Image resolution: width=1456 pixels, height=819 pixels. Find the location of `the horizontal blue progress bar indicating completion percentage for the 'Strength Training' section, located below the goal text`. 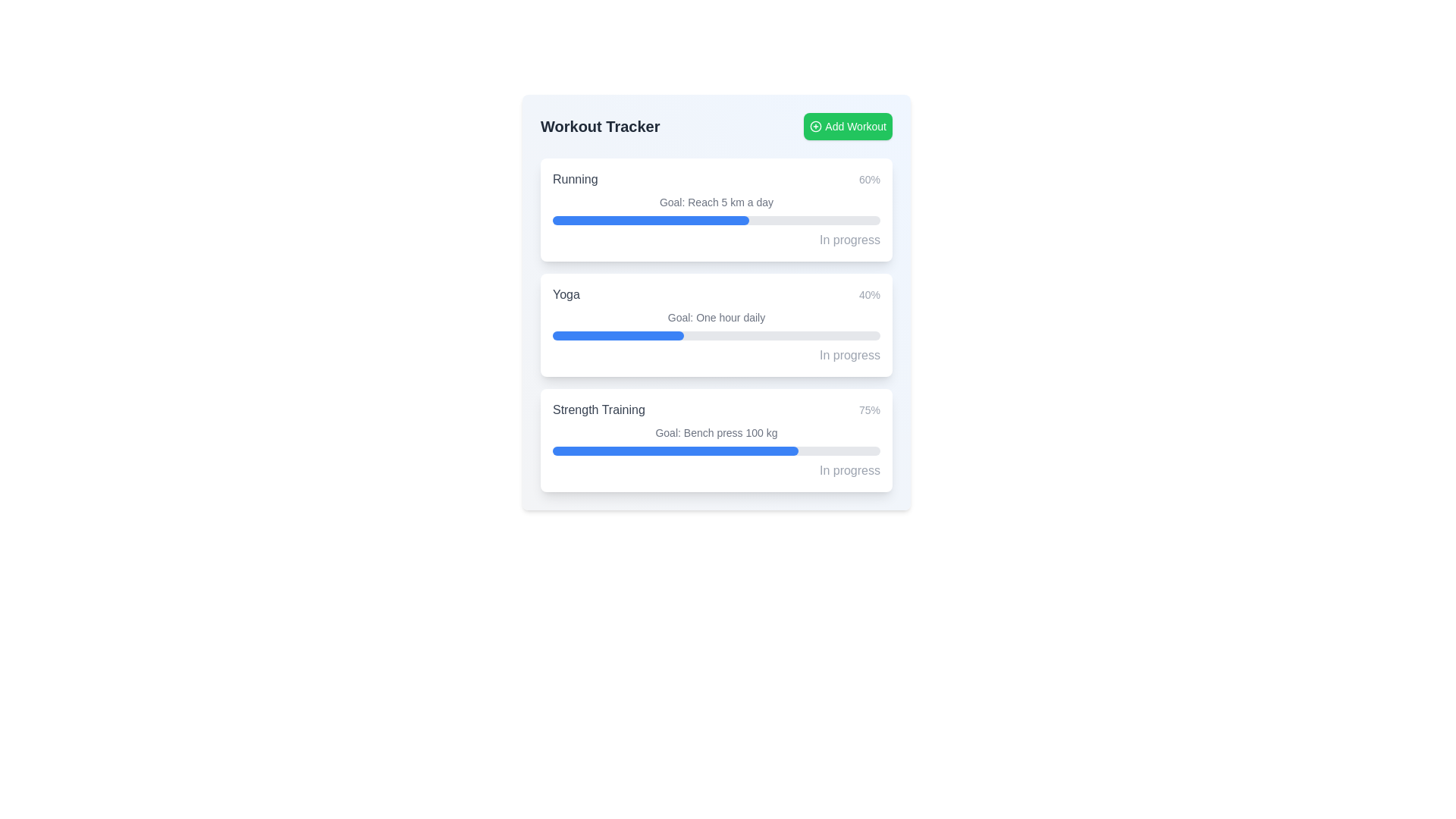

the horizontal blue progress bar indicating completion percentage for the 'Strength Training' section, located below the goal text is located at coordinates (675, 450).